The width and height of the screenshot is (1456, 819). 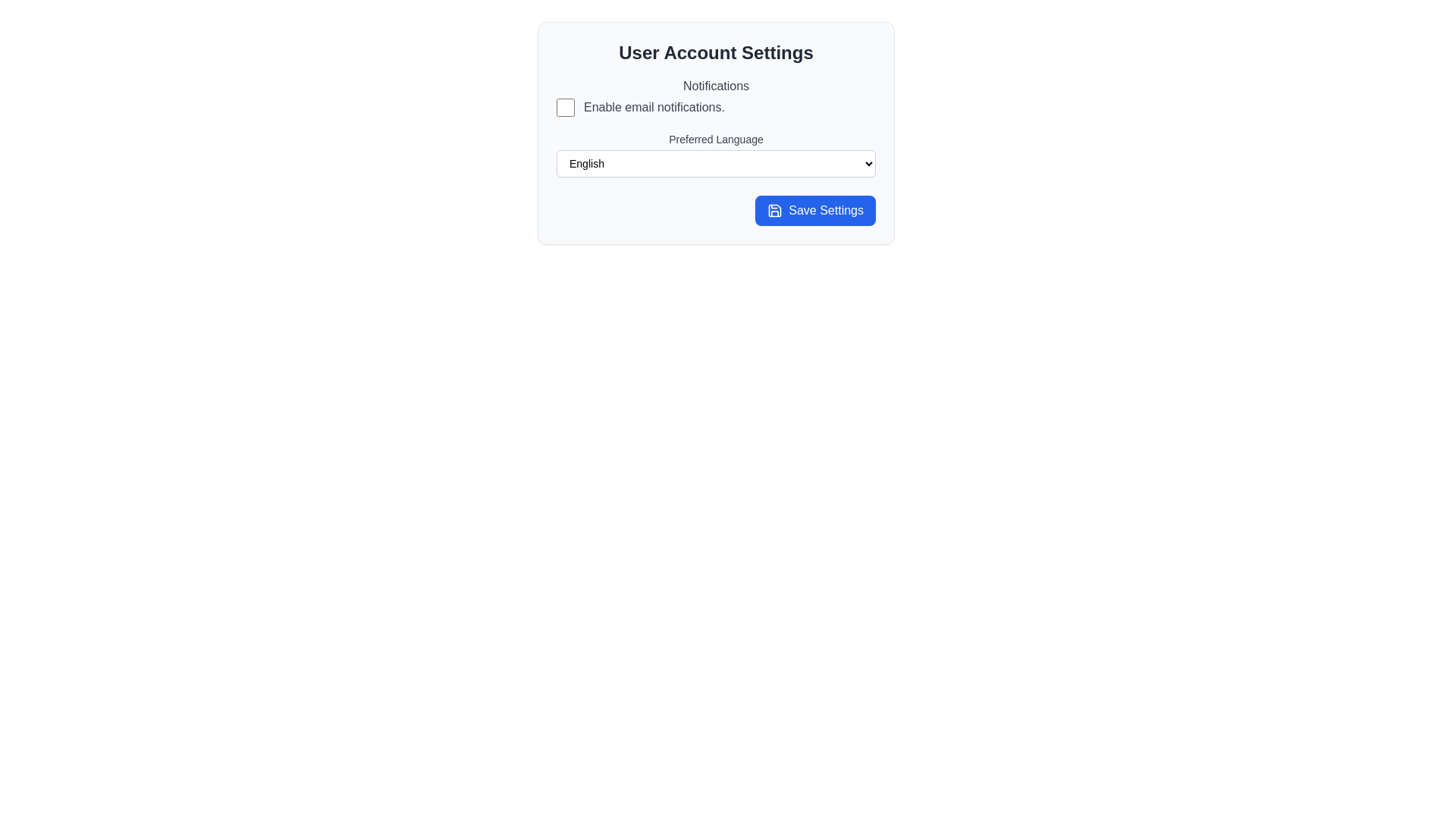 What do you see at coordinates (715, 52) in the screenshot?
I see `the large, bold text heading that reads 'User Account Settings', which is prominently displayed at the top of a rectangular panel with a white background` at bounding box center [715, 52].